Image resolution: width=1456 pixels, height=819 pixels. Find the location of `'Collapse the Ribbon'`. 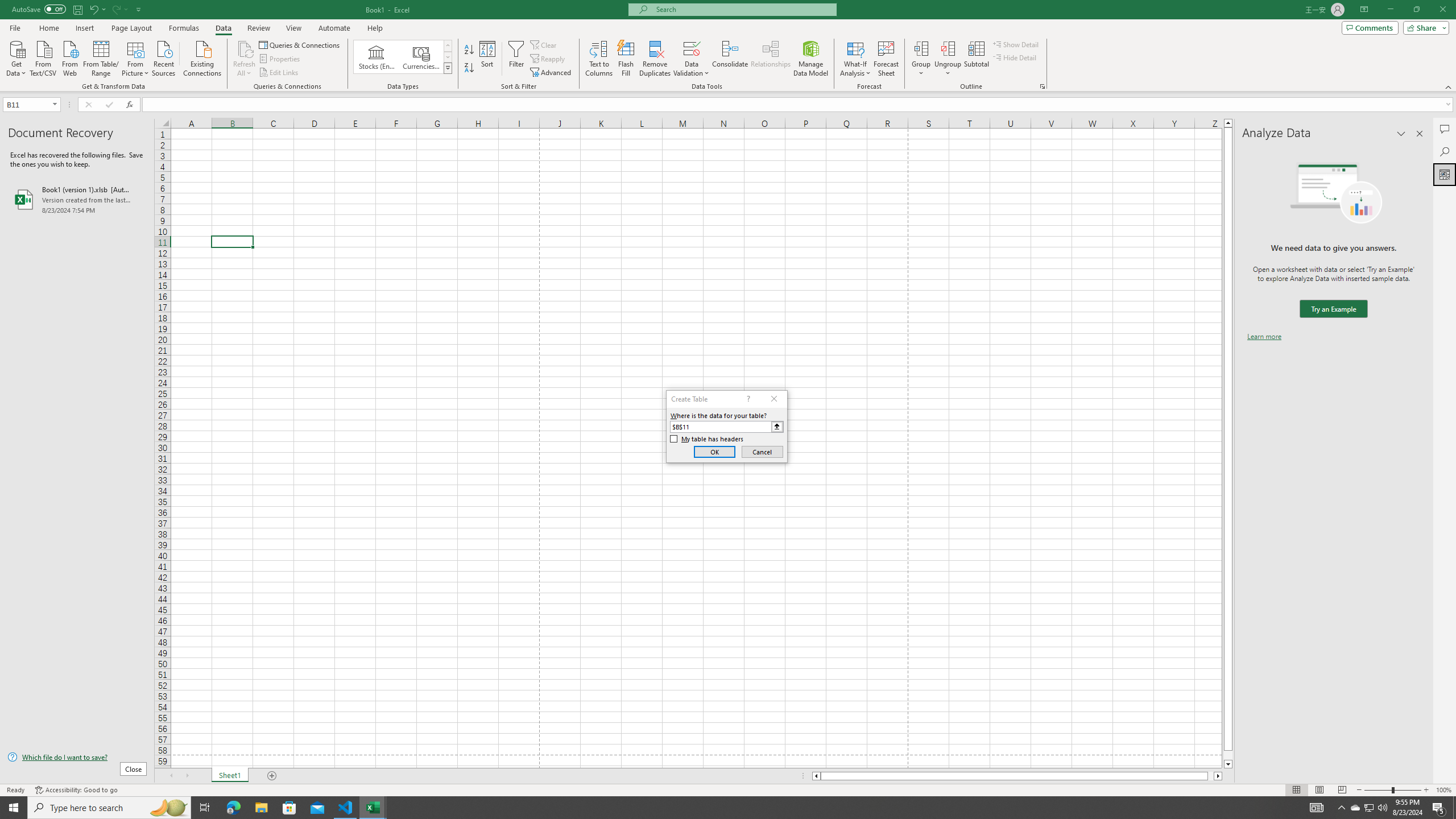

'Collapse the Ribbon' is located at coordinates (1449, 87).